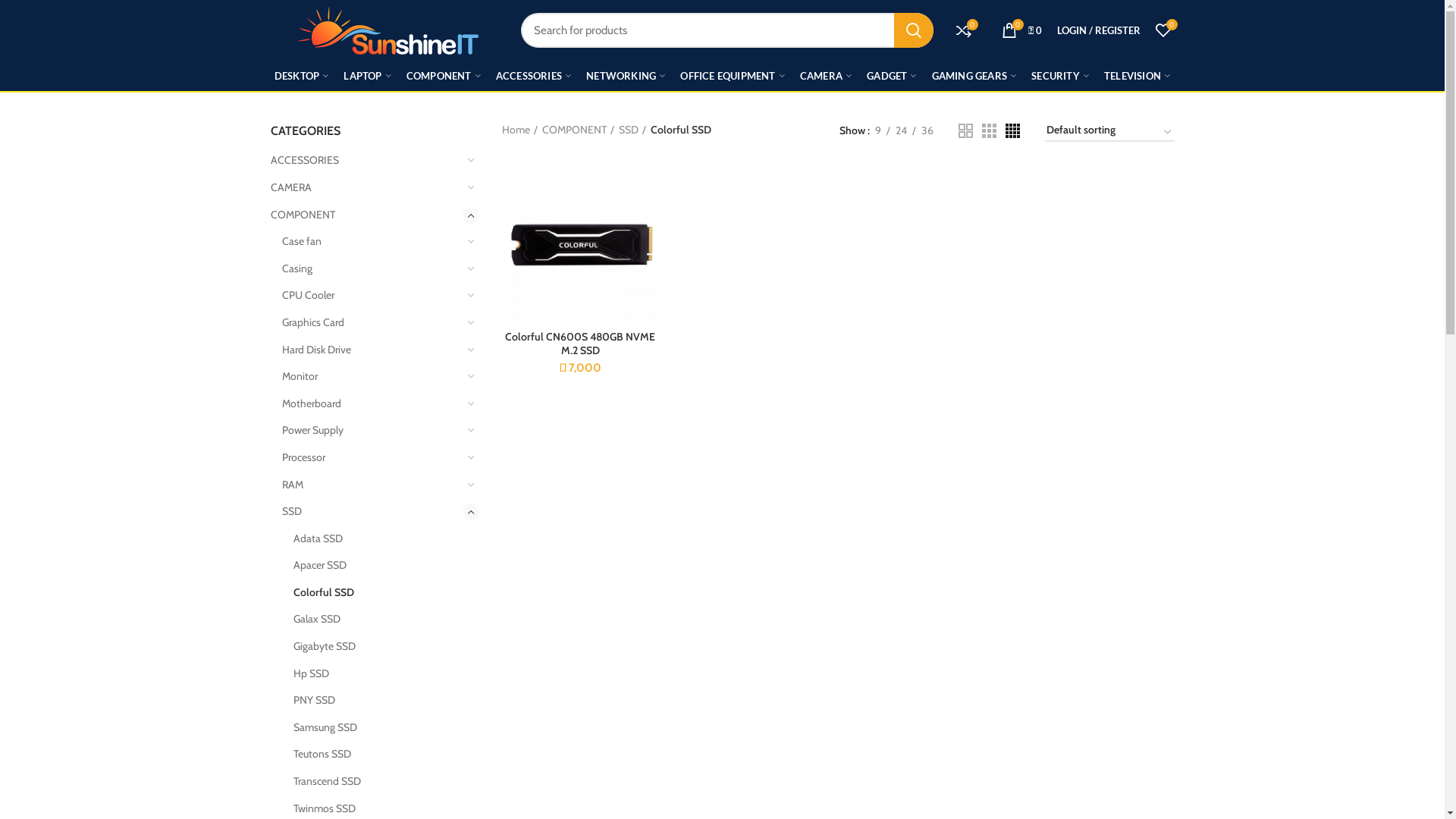 The width and height of the screenshot is (1456, 819). Describe the element at coordinates (282, 350) in the screenshot. I see `'Hard Disk Drive'` at that location.